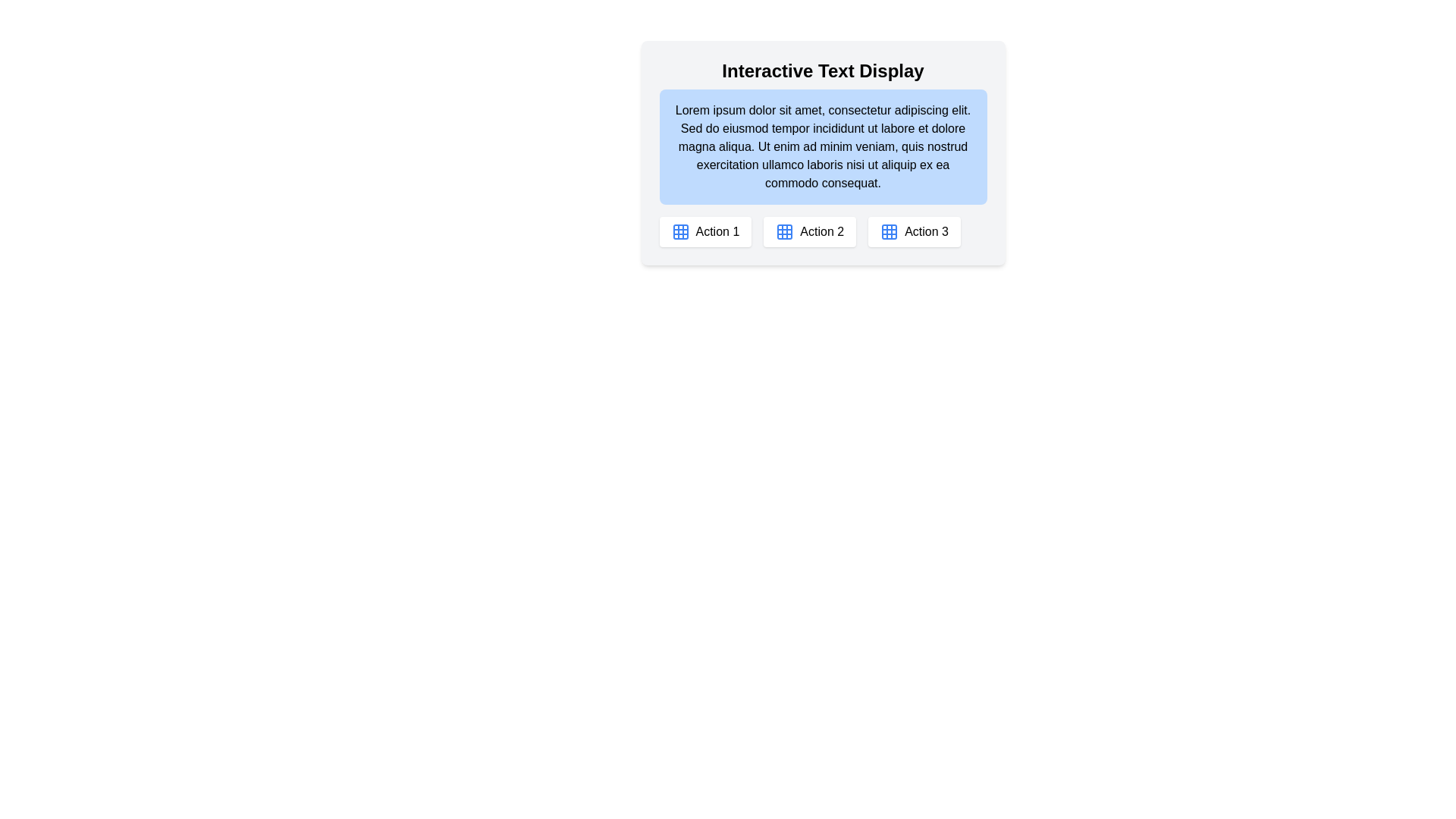 The width and height of the screenshot is (1456, 819). Describe the element at coordinates (679, 231) in the screenshot. I see `the decorative graphical component within the SVG that represents a grid, located in the center of the grid in the second action button below the descriptive text box` at that location.